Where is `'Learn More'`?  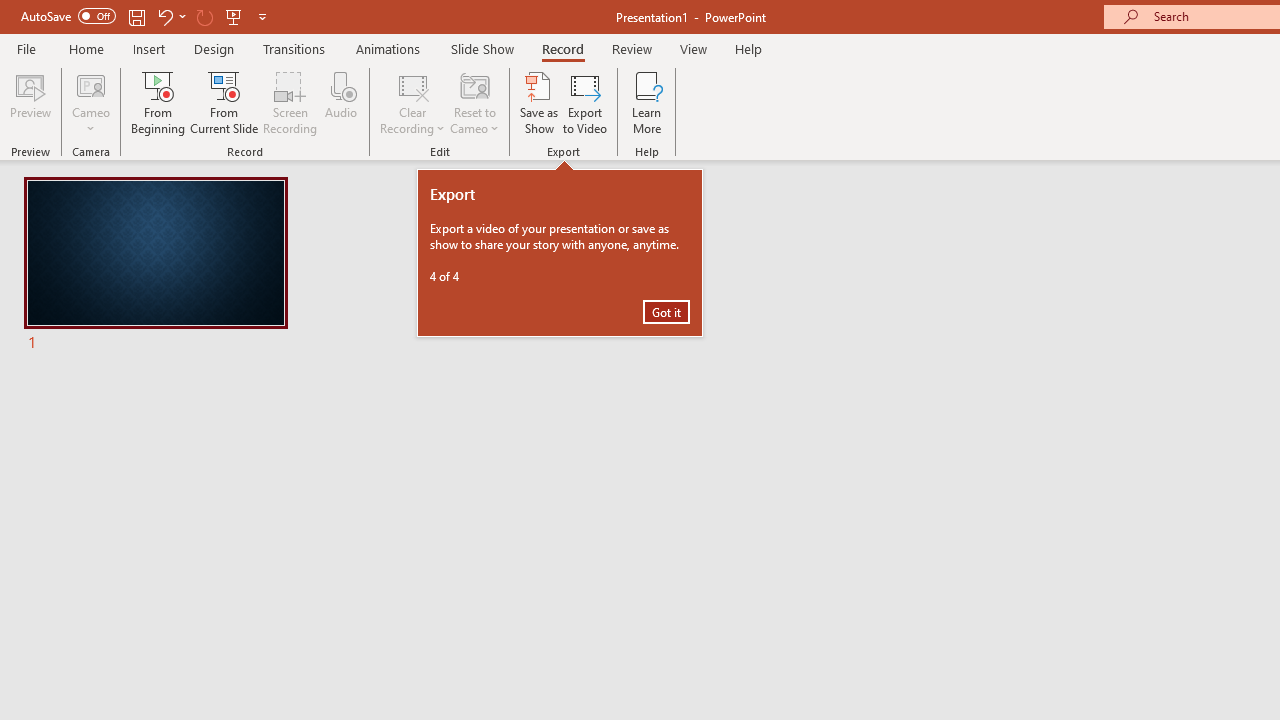
'Learn More' is located at coordinates (647, 103).